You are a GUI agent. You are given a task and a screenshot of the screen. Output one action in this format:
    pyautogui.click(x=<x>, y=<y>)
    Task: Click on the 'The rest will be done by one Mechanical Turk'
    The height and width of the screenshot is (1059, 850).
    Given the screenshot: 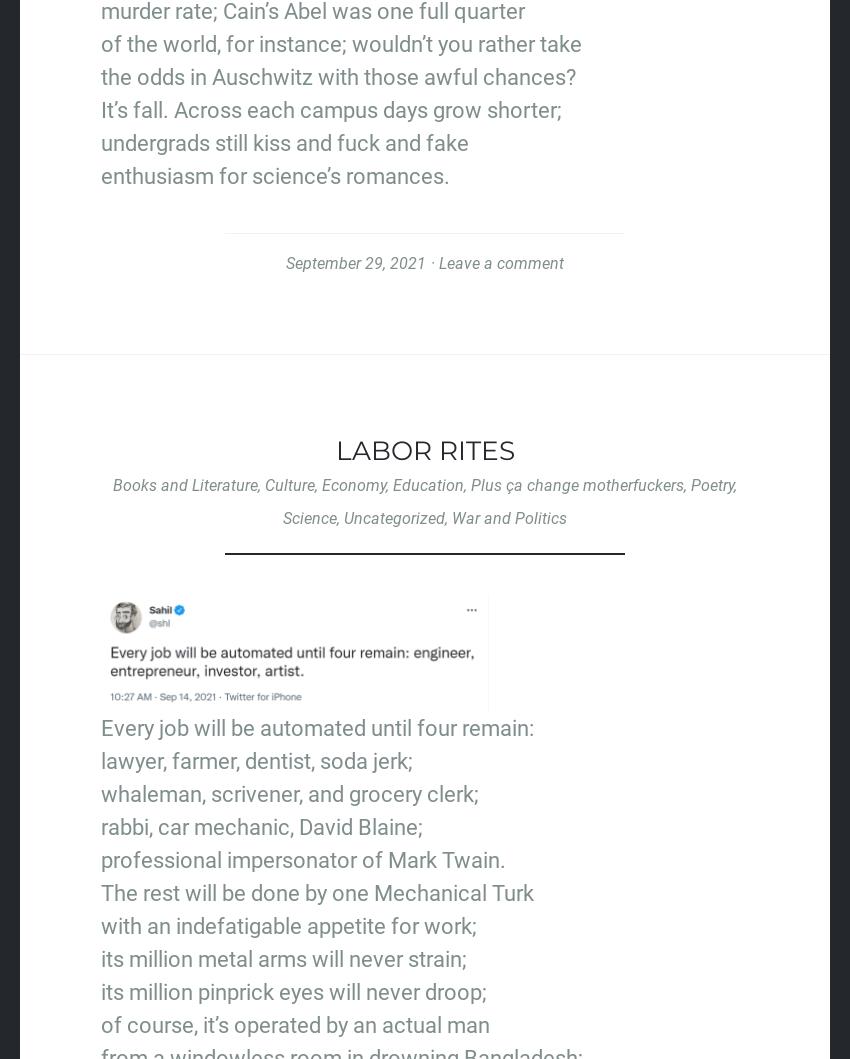 What is the action you would take?
    pyautogui.click(x=317, y=892)
    